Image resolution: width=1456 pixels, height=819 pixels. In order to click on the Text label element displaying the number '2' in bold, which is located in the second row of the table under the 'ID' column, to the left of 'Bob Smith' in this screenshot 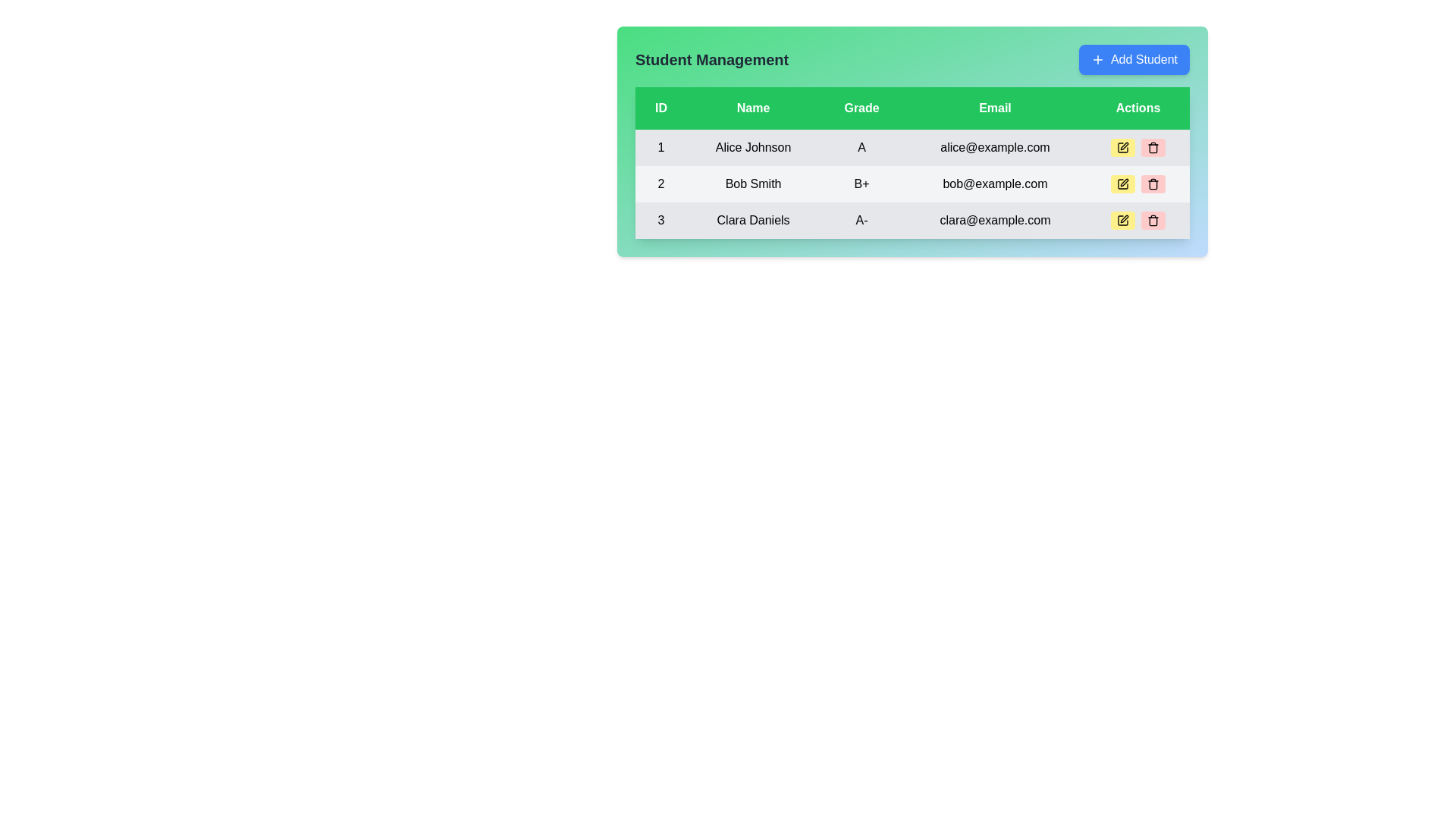, I will do `click(661, 184)`.